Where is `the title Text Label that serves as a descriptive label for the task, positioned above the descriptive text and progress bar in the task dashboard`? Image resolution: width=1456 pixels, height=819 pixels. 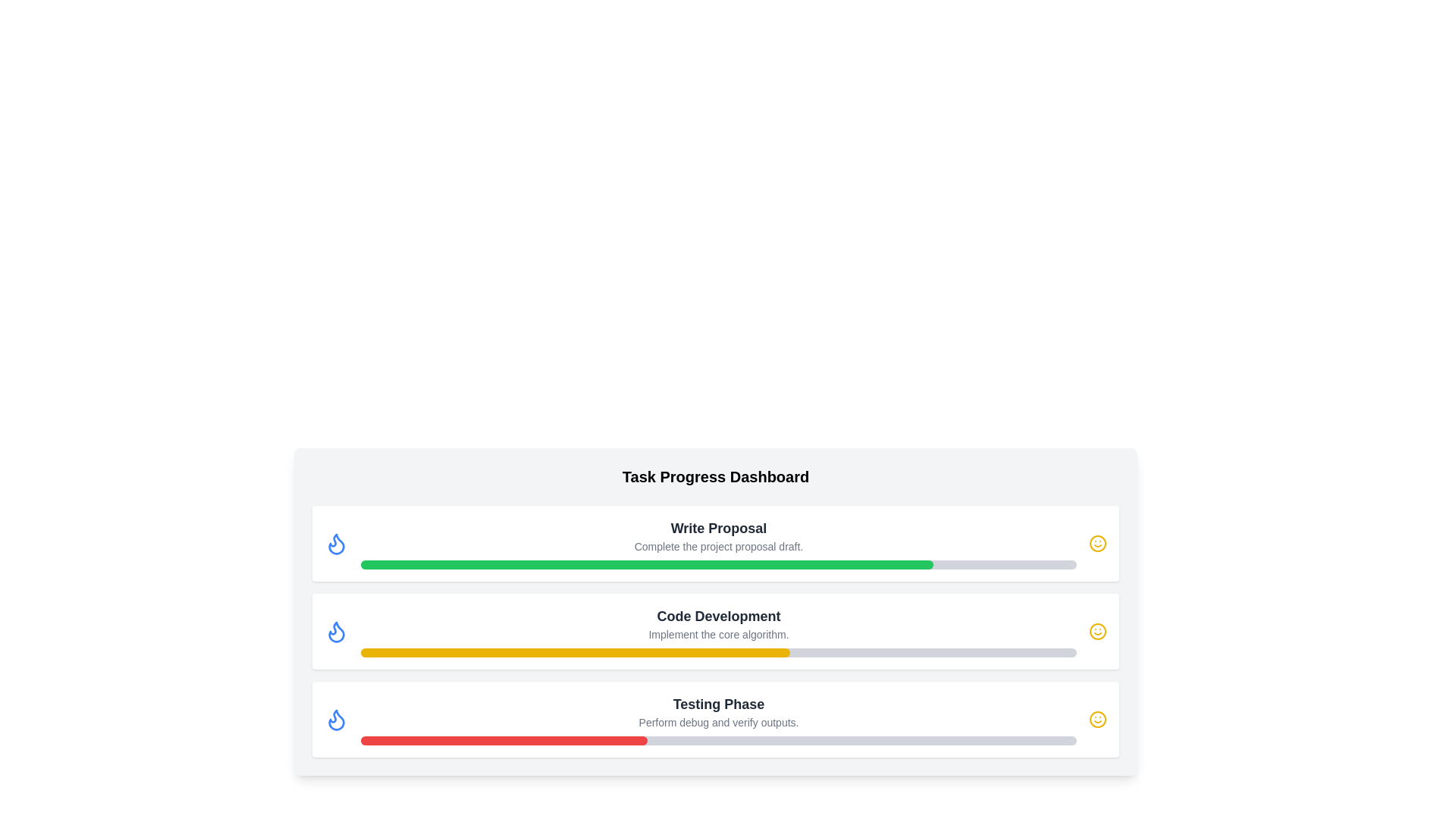
the title Text Label that serves as a descriptive label for the task, positioned above the descriptive text and progress bar in the task dashboard is located at coordinates (718, 617).